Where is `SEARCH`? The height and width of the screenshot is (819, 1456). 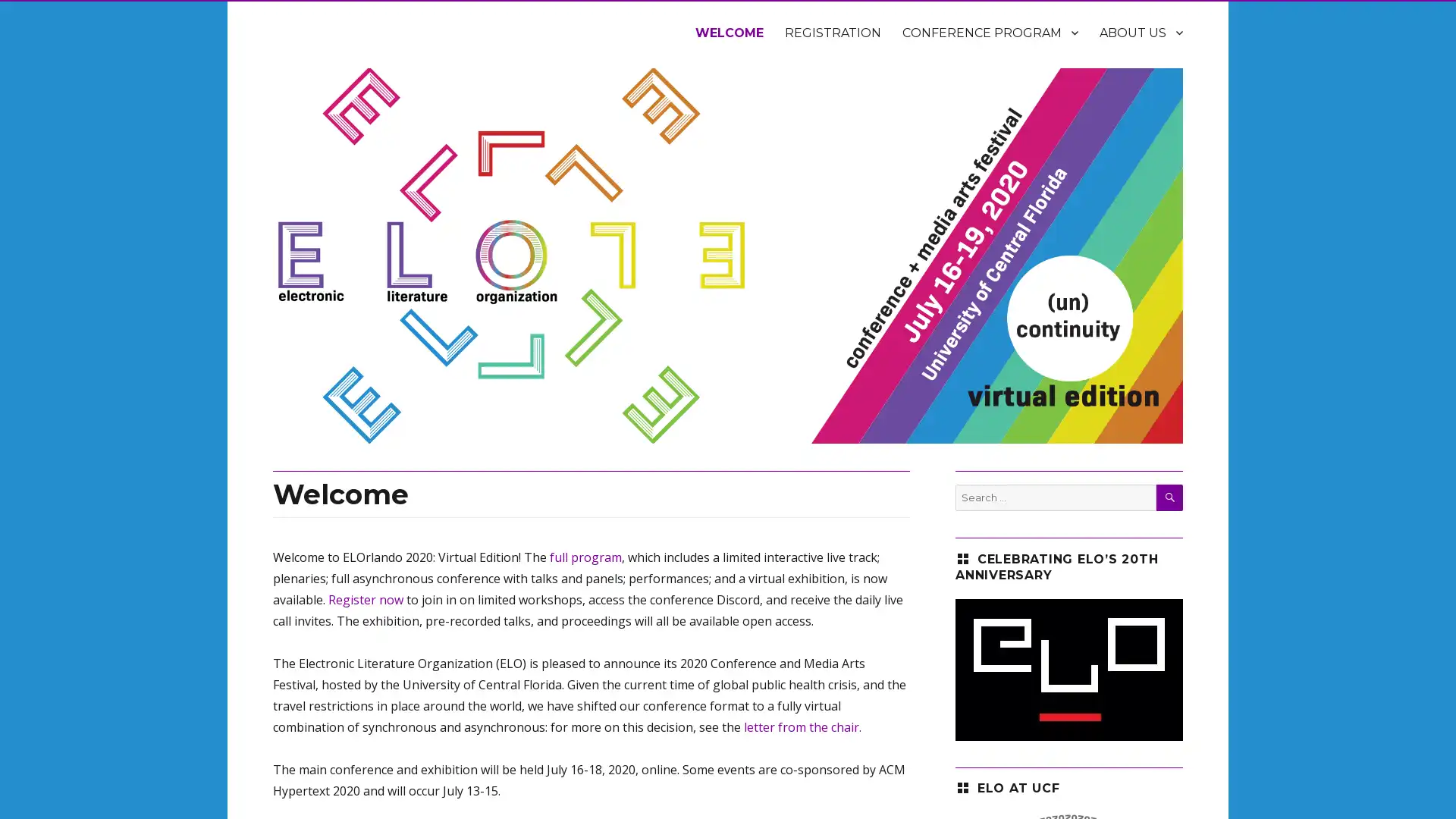 SEARCH is located at coordinates (1169, 497).